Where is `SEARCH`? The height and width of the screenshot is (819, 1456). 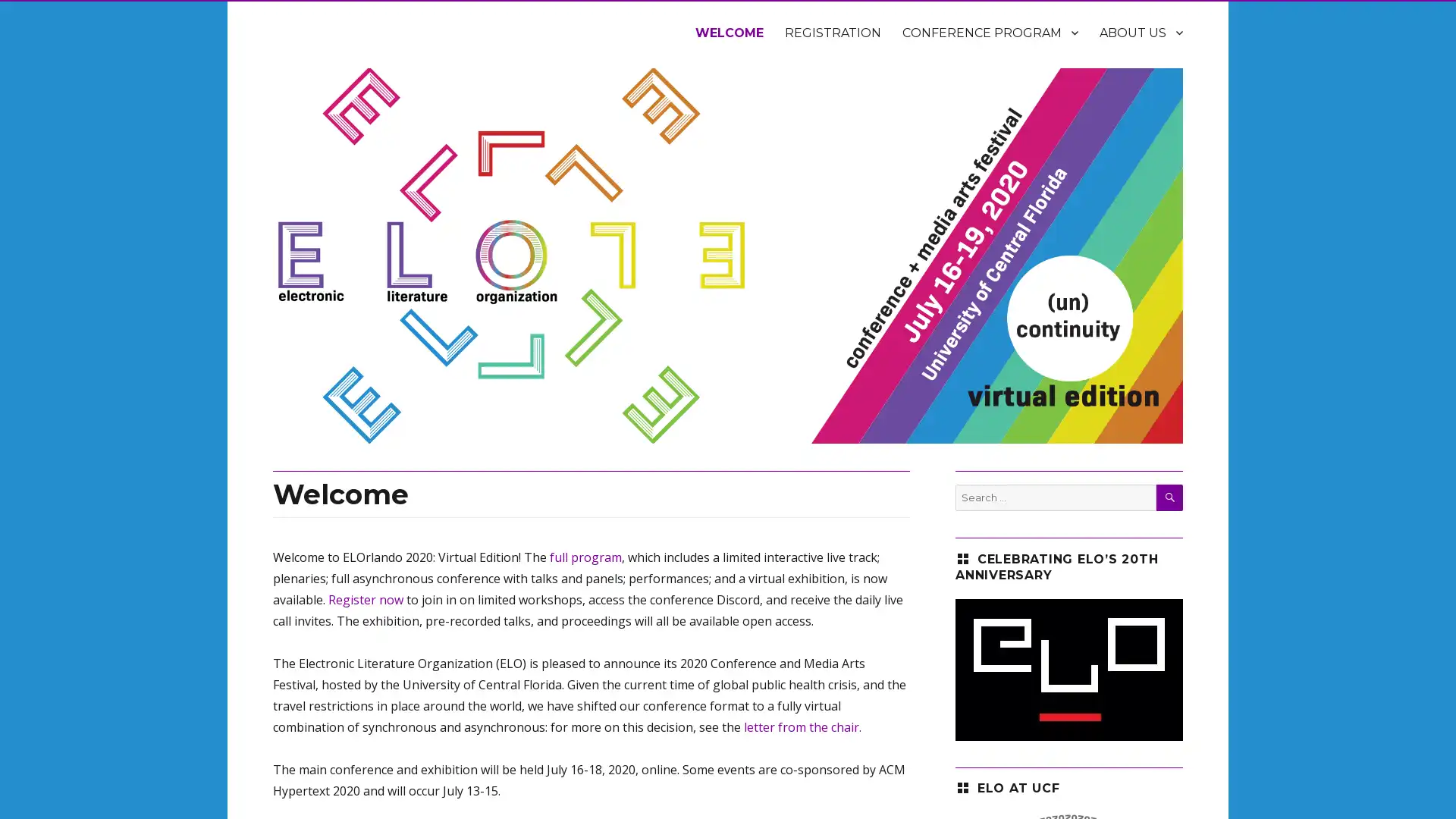 SEARCH is located at coordinates (1169, 497).